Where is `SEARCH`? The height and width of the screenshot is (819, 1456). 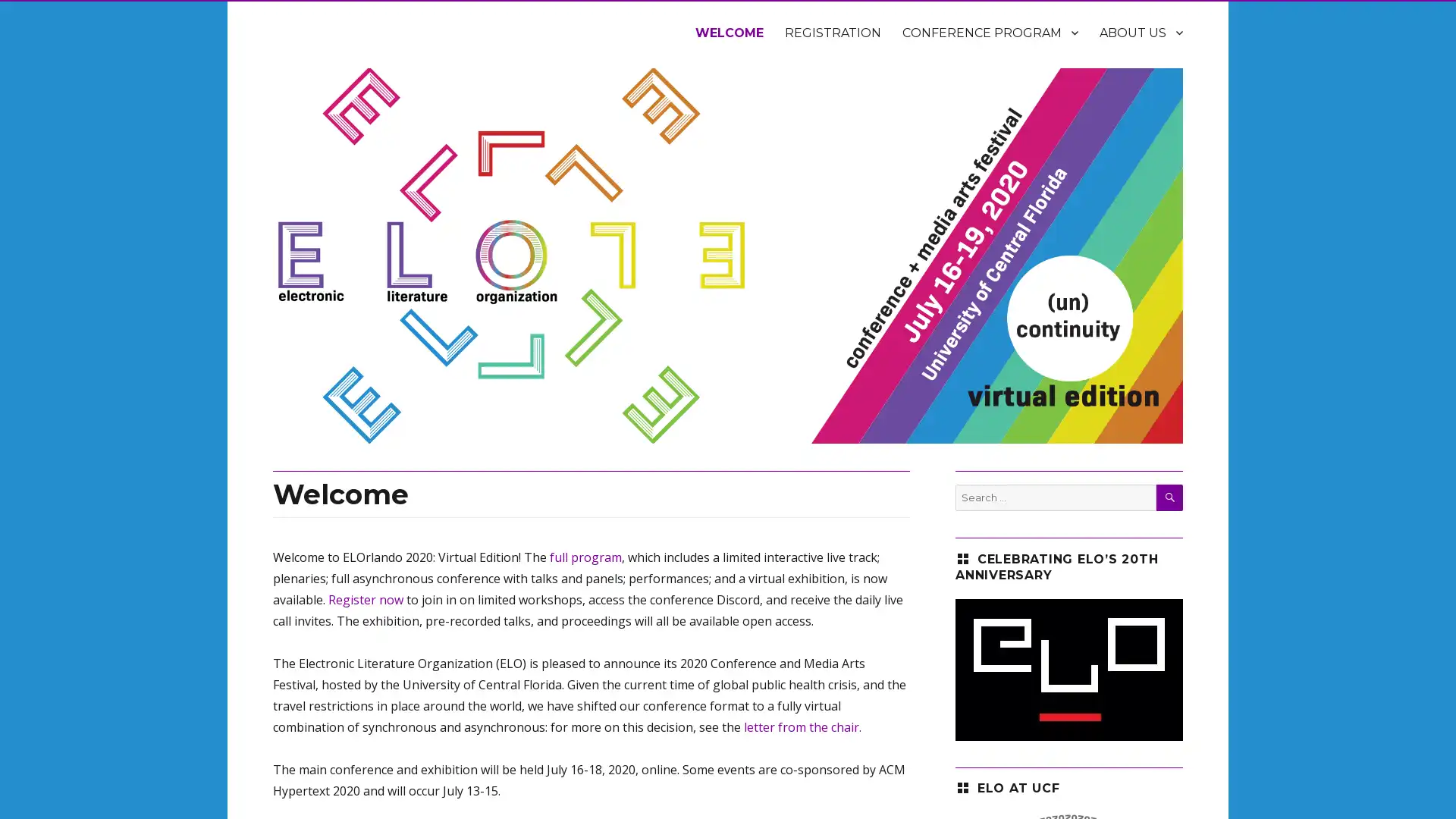 SEARCH is located at coordinates (1169, 497).